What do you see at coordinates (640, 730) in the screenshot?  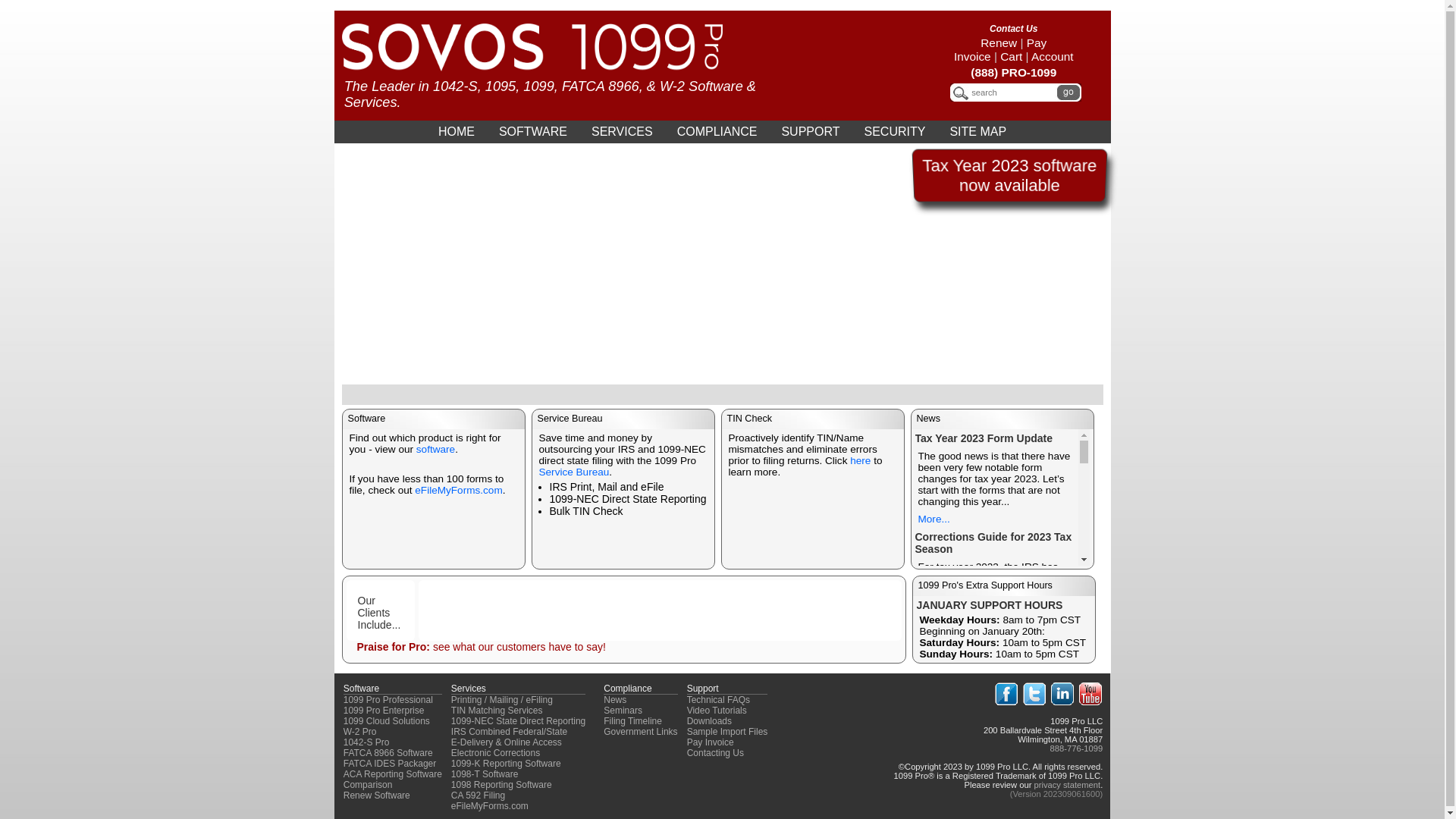 I see `'Government Links'` at bounding box center [640, 730].